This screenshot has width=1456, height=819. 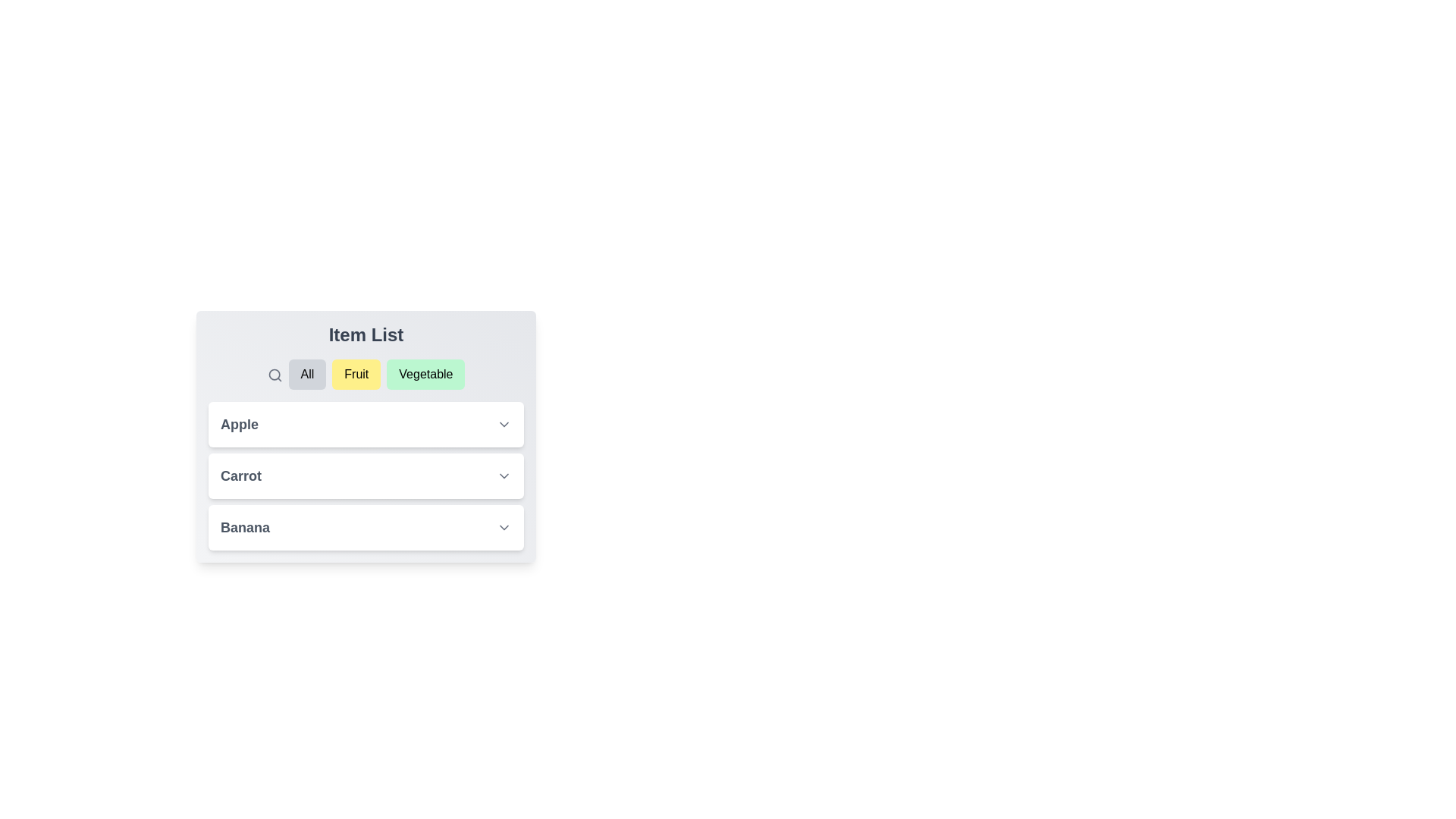 I want to click on dropdown button next to Carrot to expand and view its description, so click(x=504, y=475).